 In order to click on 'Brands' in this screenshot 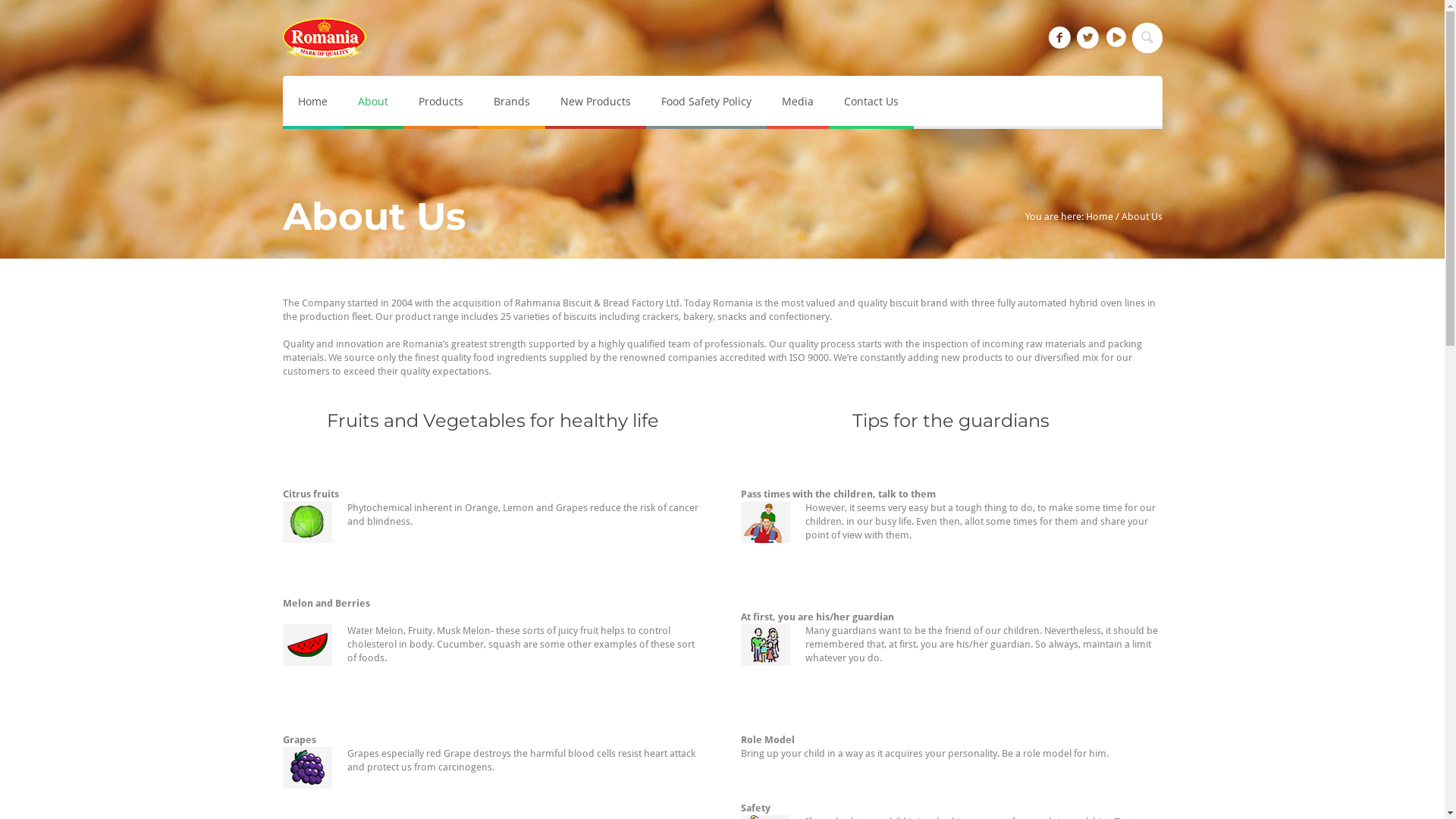, I will do `click(510, 102)`.